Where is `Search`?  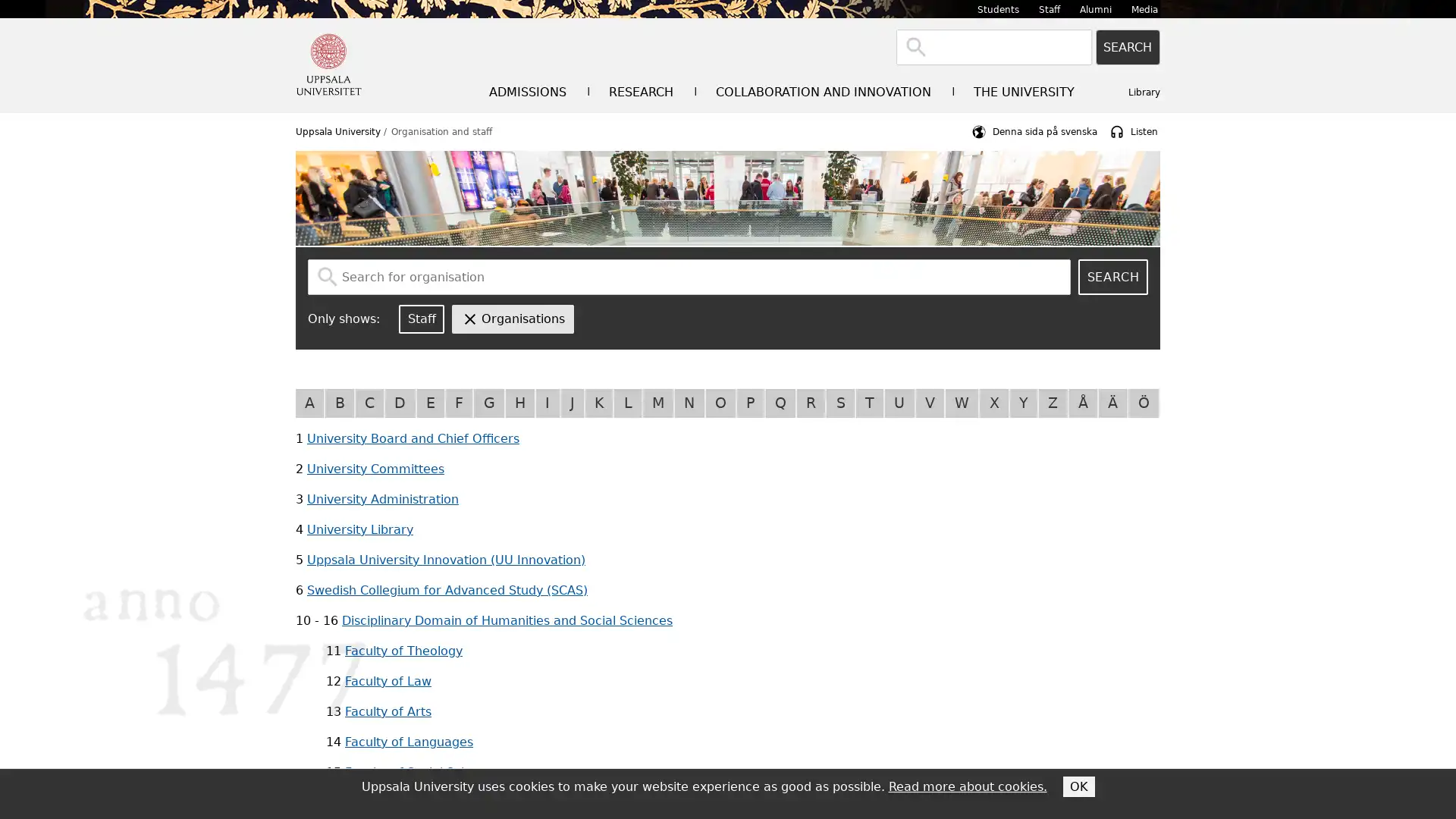
Search is located at coordinates (1113, 277).